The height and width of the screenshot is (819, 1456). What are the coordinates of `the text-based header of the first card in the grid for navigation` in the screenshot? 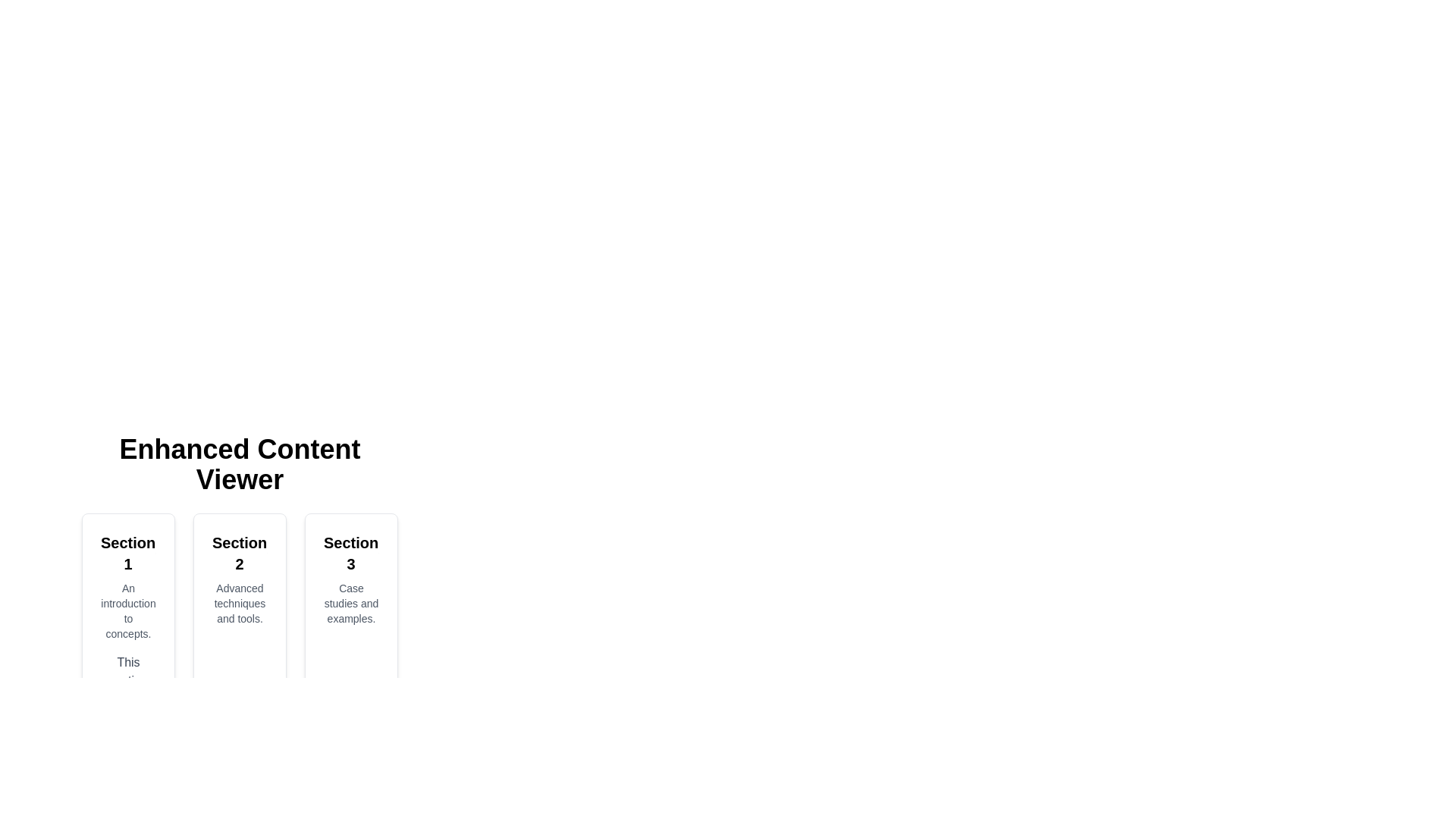 It's located at (128, 553).